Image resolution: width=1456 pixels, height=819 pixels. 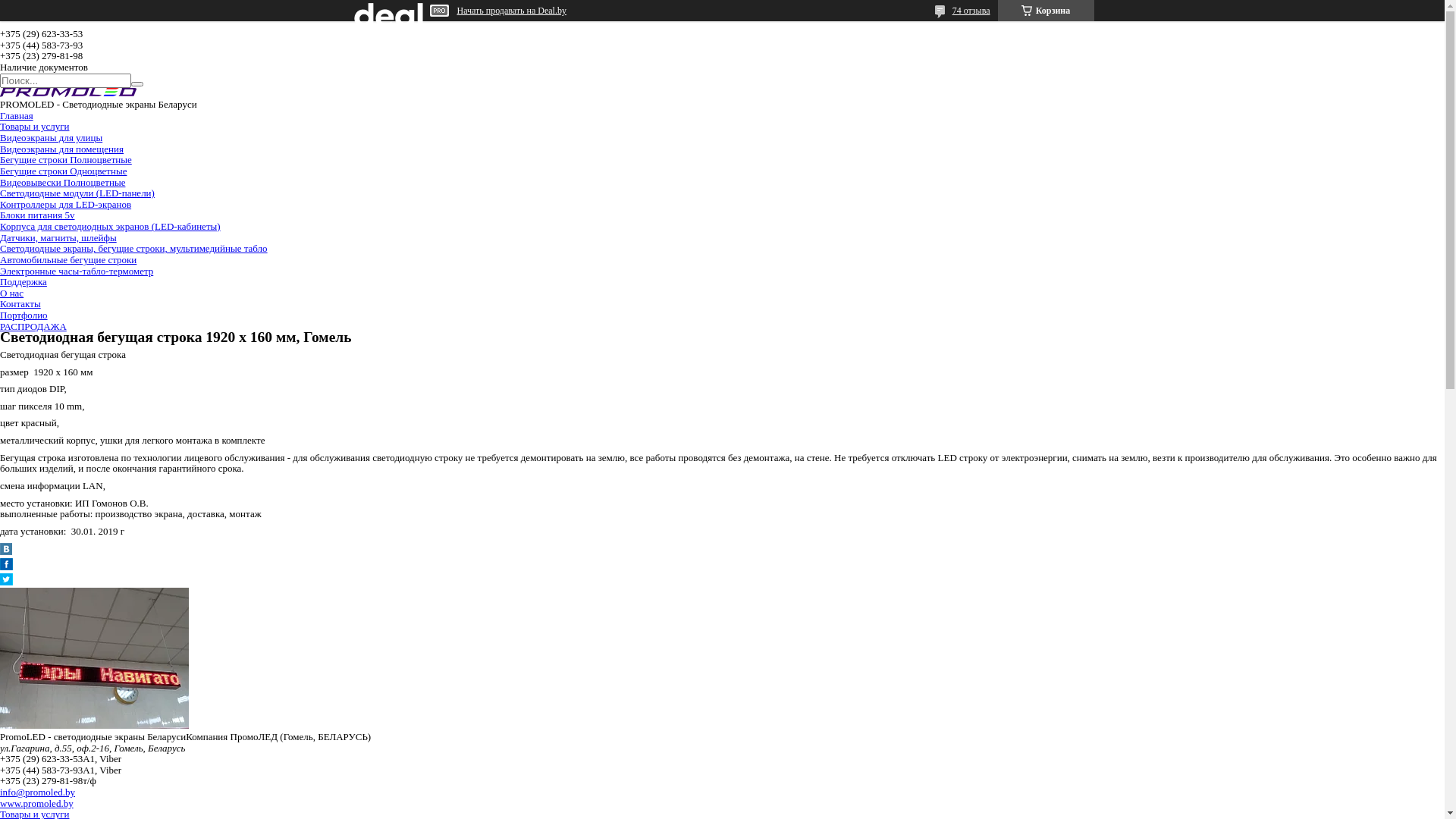 What do you see at coordinates (37, 791) in the screenshot?
I see `'info@promoled.by'` at bounding box center [37, 791].